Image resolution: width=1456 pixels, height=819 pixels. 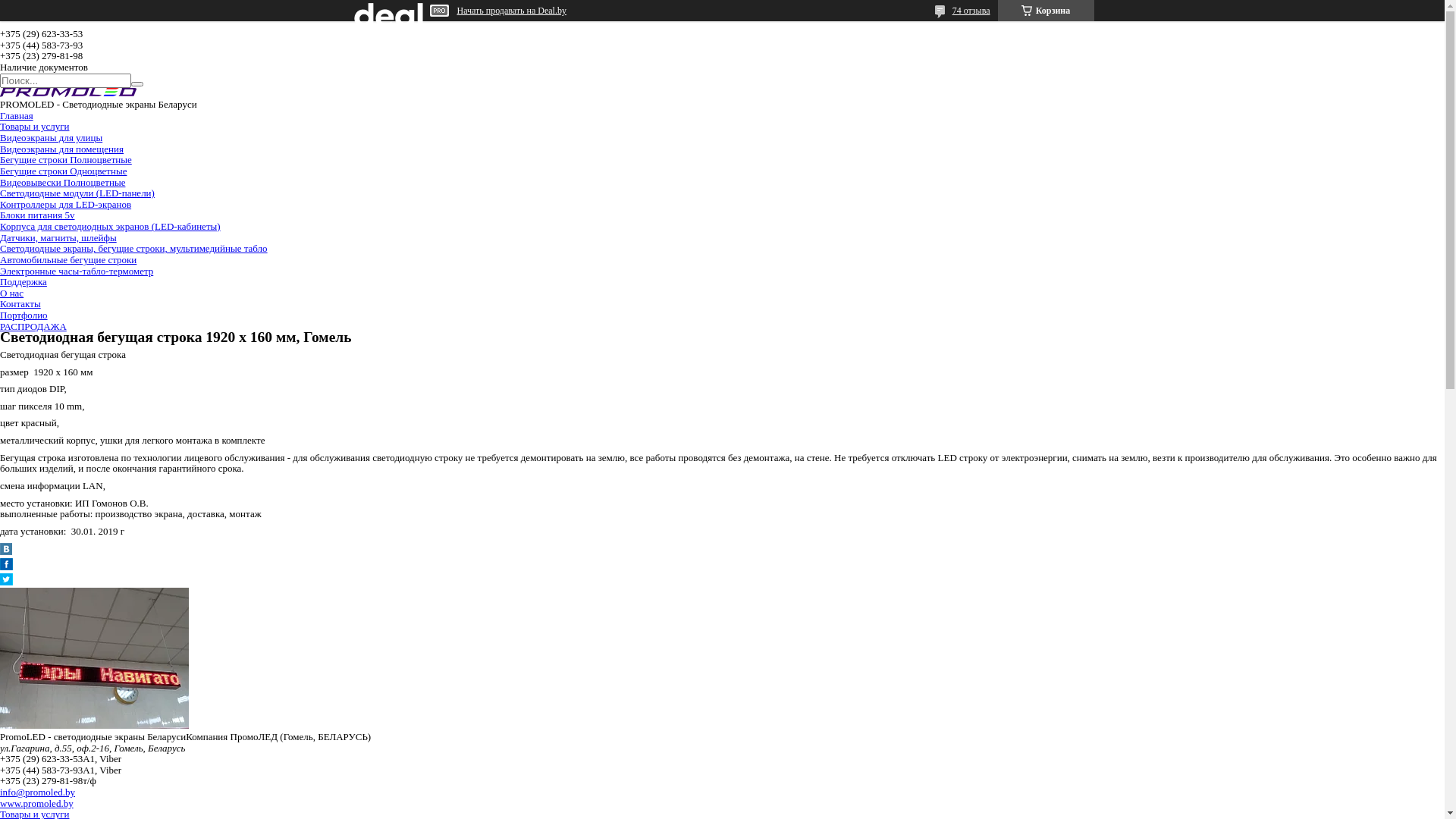 What do you see at coordinates (37, 791) in the screenshot?
I see `'info@promoled.by'` at bounding box center [37, 791].